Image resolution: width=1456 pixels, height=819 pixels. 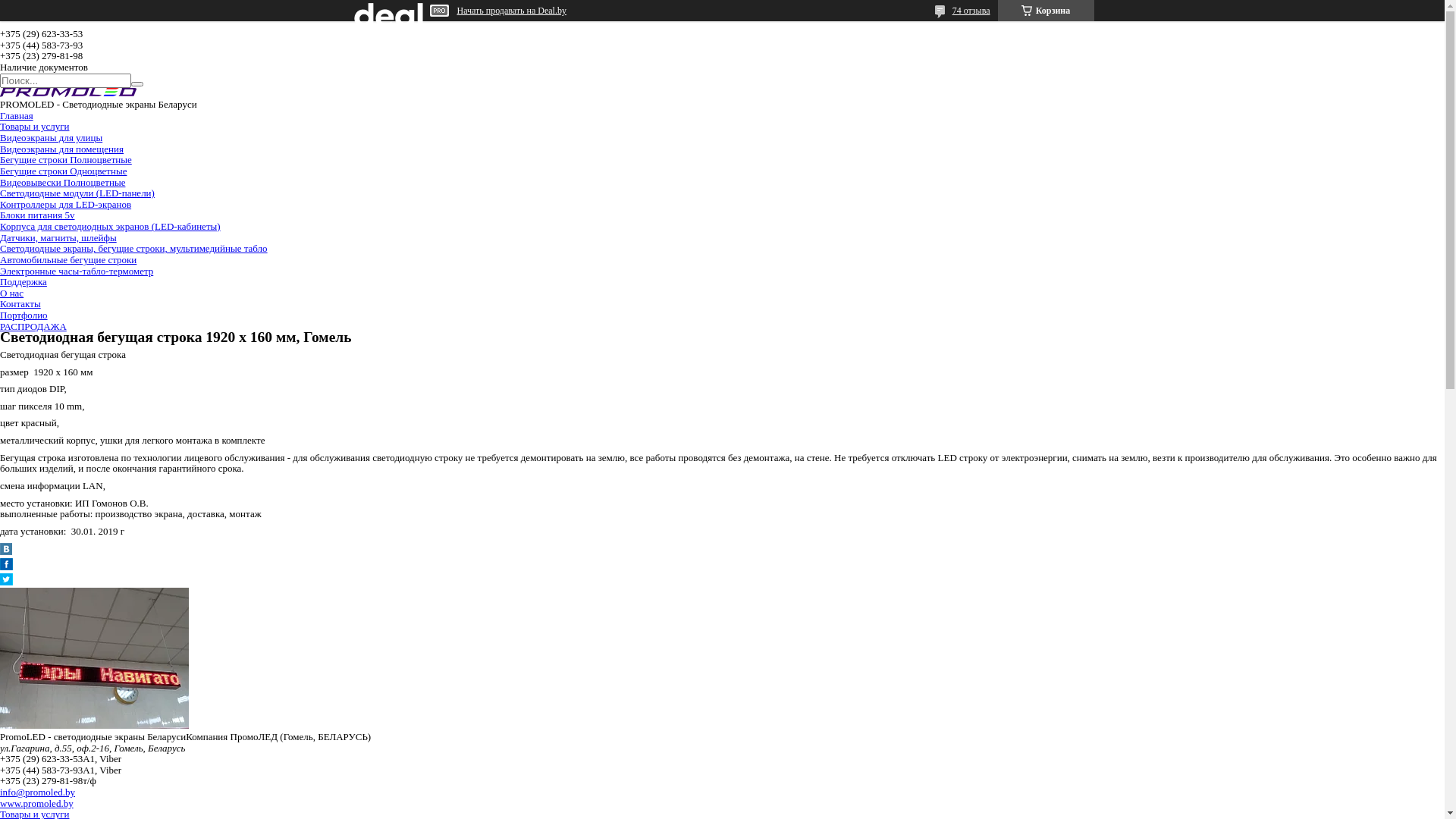 What do you see at coordinates (37, 791) in the screenshot?
I see `'info@promoled.by'` at bounding box center [37, 791].